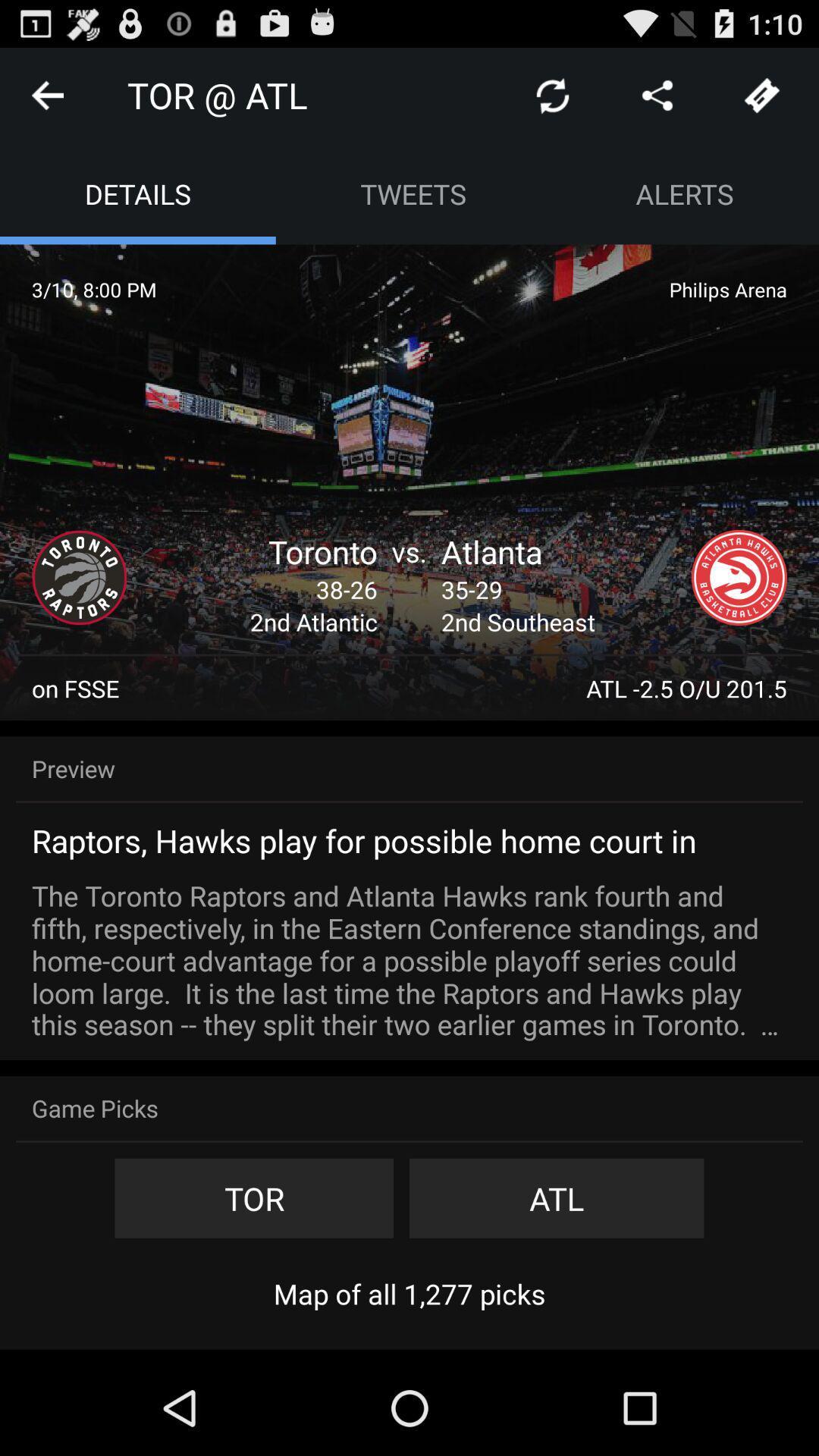 This screenshot has width=819, height=1456. What do you see at coordinates (685, 193) in the screenshot?
I see `the icon next to tweets app` at bounding box center [685, 193].